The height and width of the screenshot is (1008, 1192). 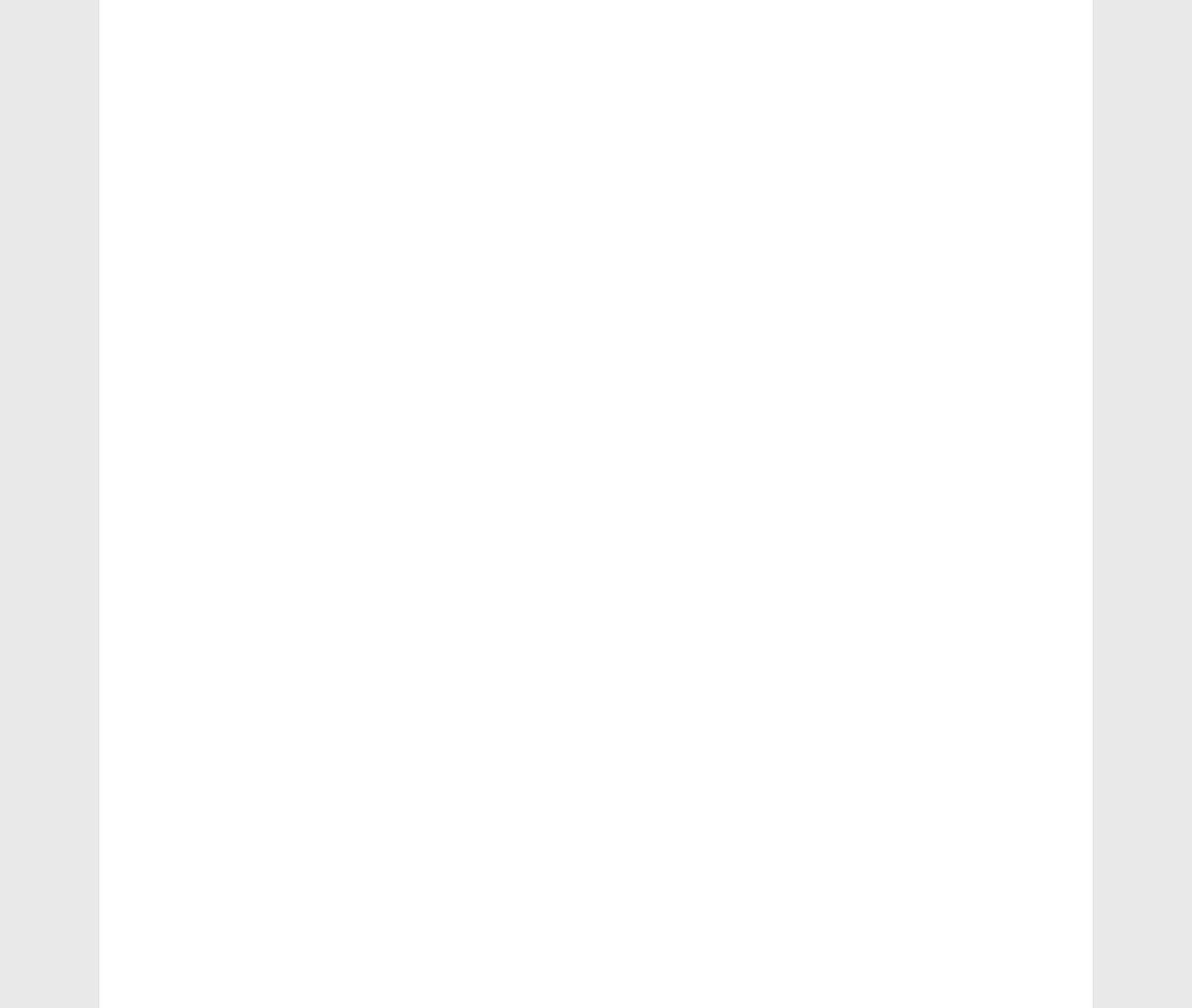 I want to click on 'Legal Document', so click(x=157, y=538).